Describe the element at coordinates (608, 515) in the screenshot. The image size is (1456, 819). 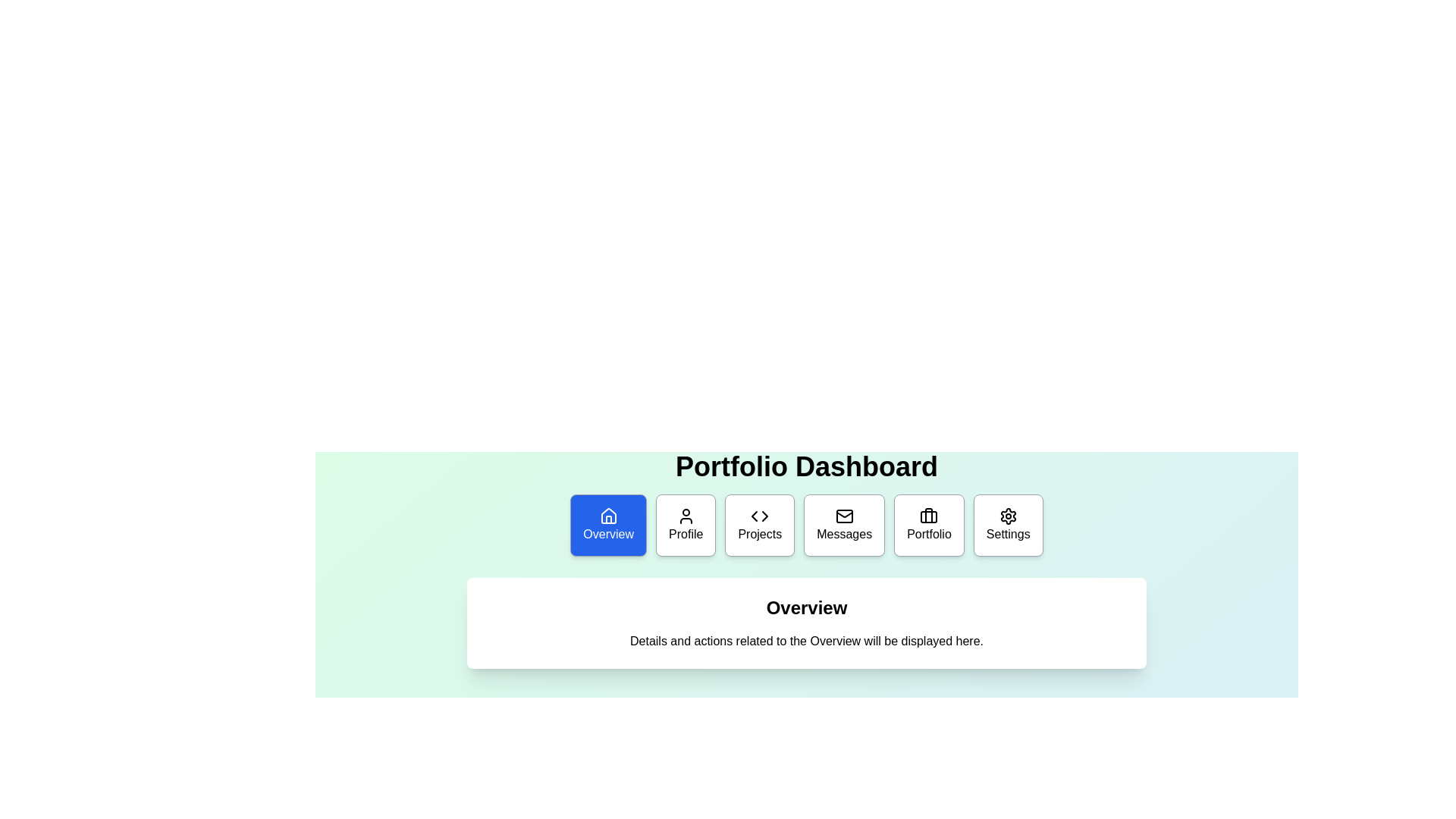
I see `the house icon located in the Overview section's button of the navigation bar at the bottom of the Portfolio Dashboard interface` at that location.